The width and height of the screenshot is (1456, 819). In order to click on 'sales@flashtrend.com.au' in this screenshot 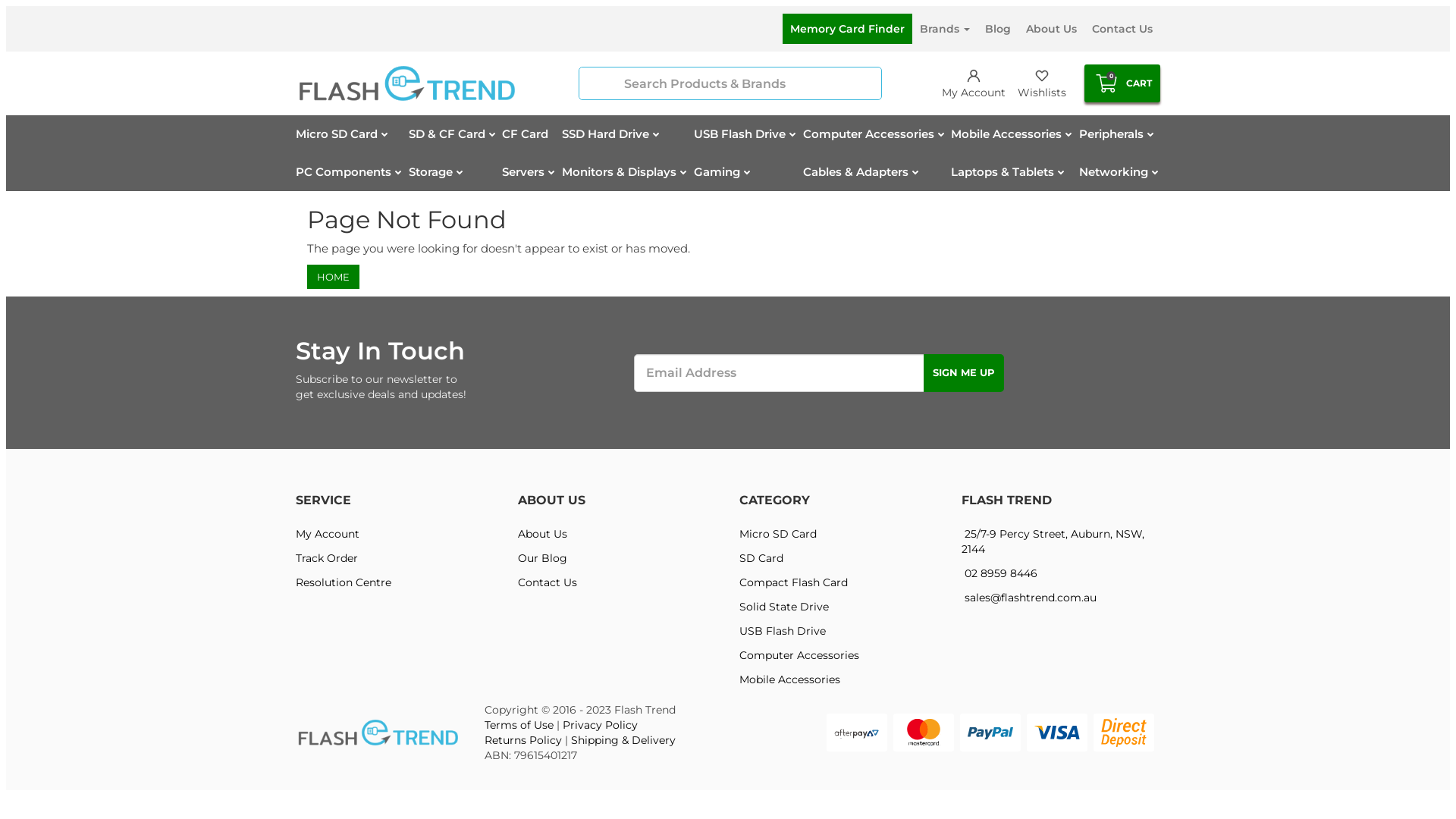, I will do `click(1060, 596)`.